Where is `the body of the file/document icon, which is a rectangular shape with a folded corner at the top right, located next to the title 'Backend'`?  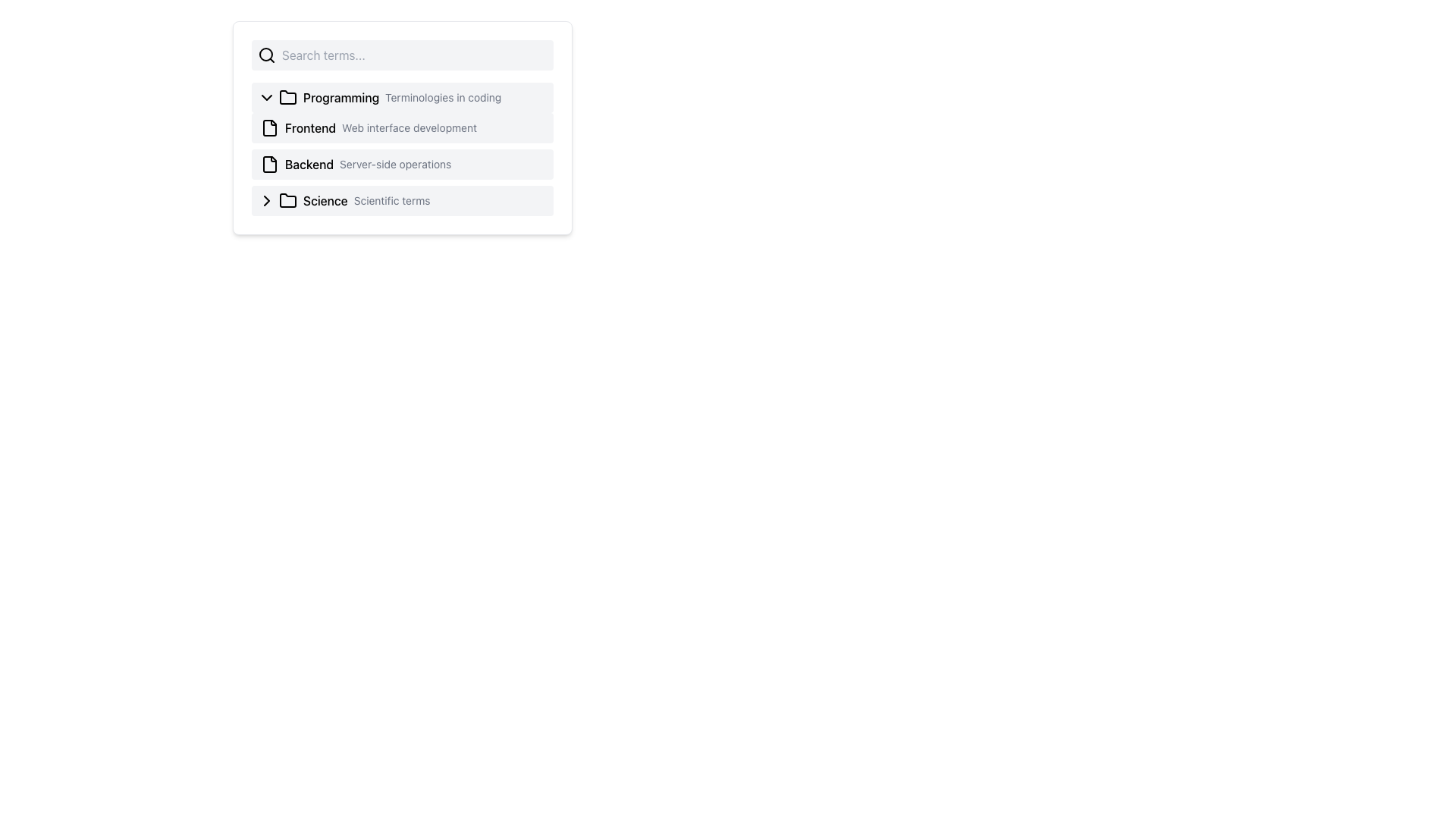 the body of the file/document icon, which is a rectangular shape with a folded corner at the top right, located next to the title 'Backend' is located at coordinates (269, 164).